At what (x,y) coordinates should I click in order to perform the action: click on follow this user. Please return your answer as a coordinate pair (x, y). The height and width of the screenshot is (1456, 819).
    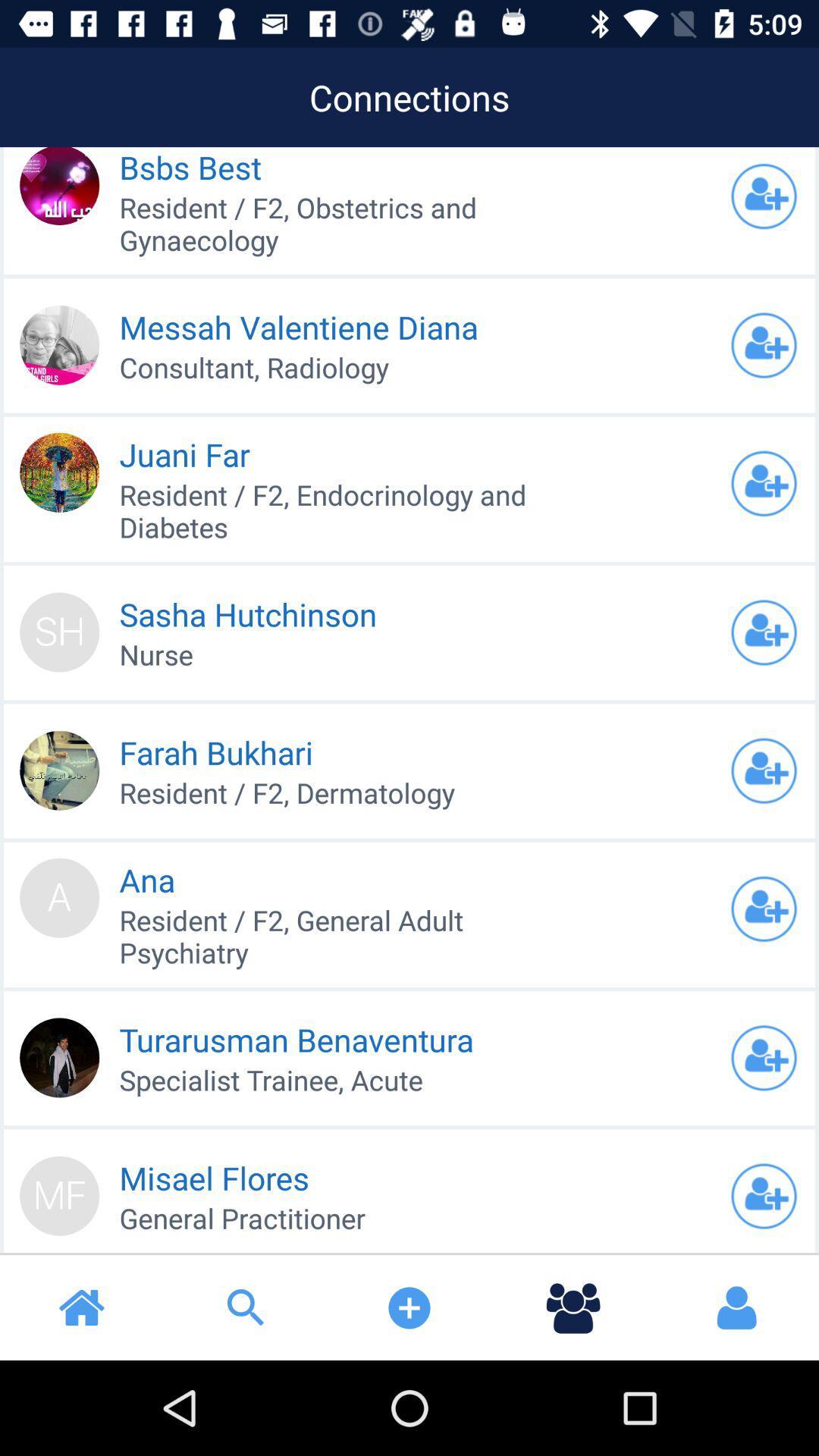
    Looking at the image, I should click on (764, 196).